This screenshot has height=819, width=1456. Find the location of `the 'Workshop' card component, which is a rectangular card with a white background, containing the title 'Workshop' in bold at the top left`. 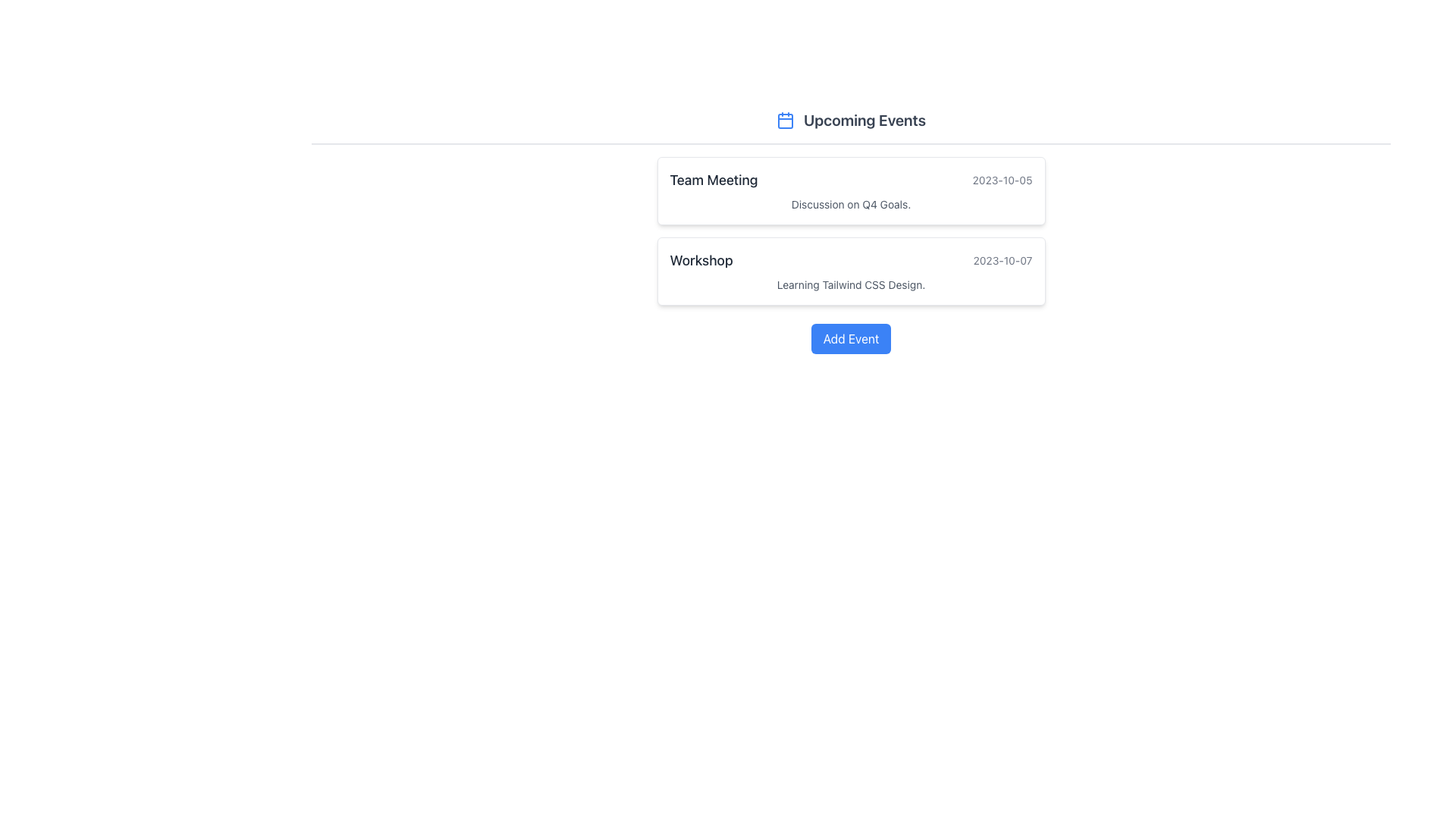

the 'Workshop' card component, which is a rectangular card with a white background, containing the title 'Workshop' in bold at the top left is located at coordinates (851, 271).